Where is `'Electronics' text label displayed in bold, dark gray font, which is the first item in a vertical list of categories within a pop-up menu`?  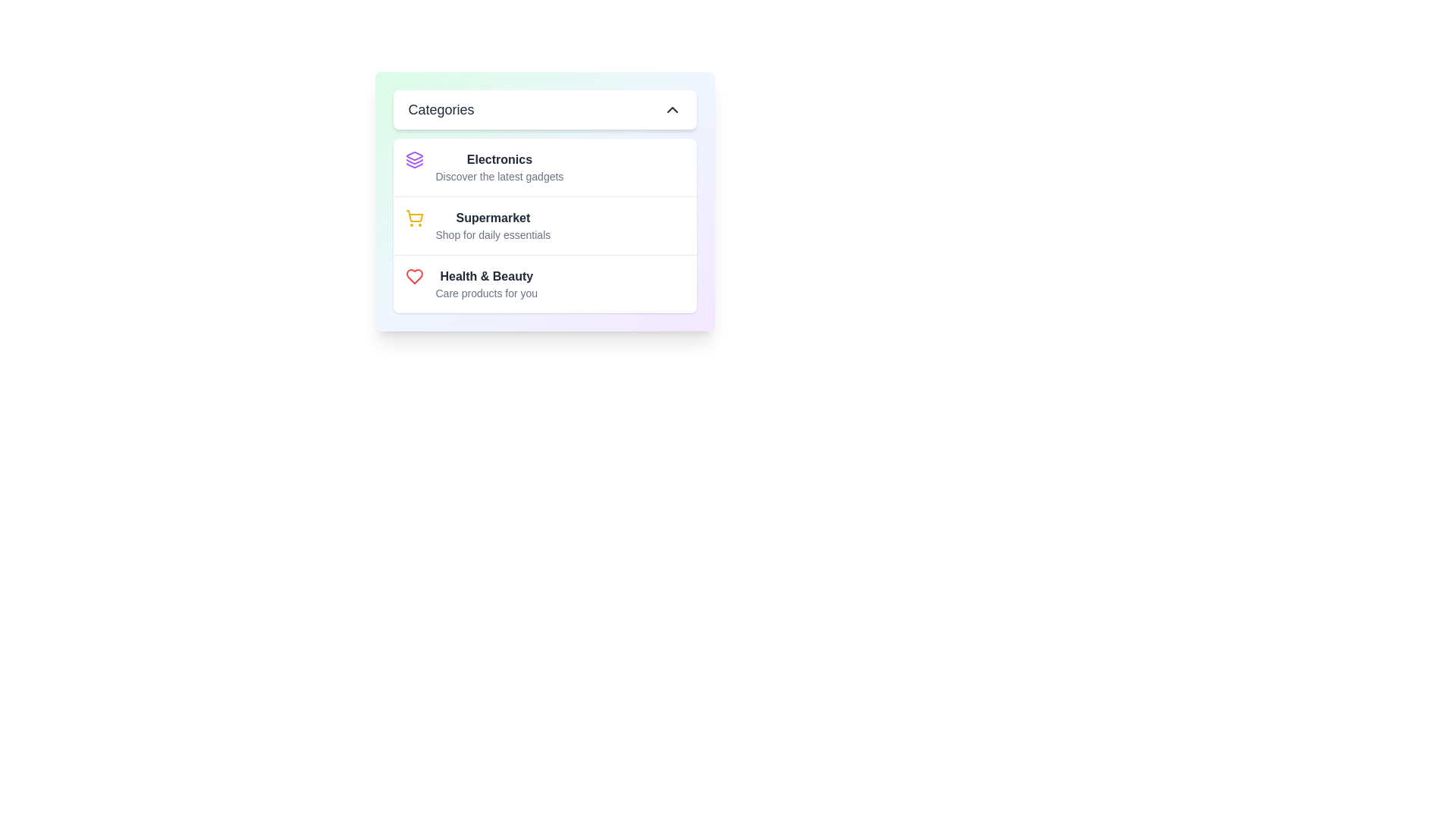 'Electronics' text label displayed in bold, dark gray font, which is the first item in a vertical list of categories within a pop-up menu is located at coordinates (499, 160).